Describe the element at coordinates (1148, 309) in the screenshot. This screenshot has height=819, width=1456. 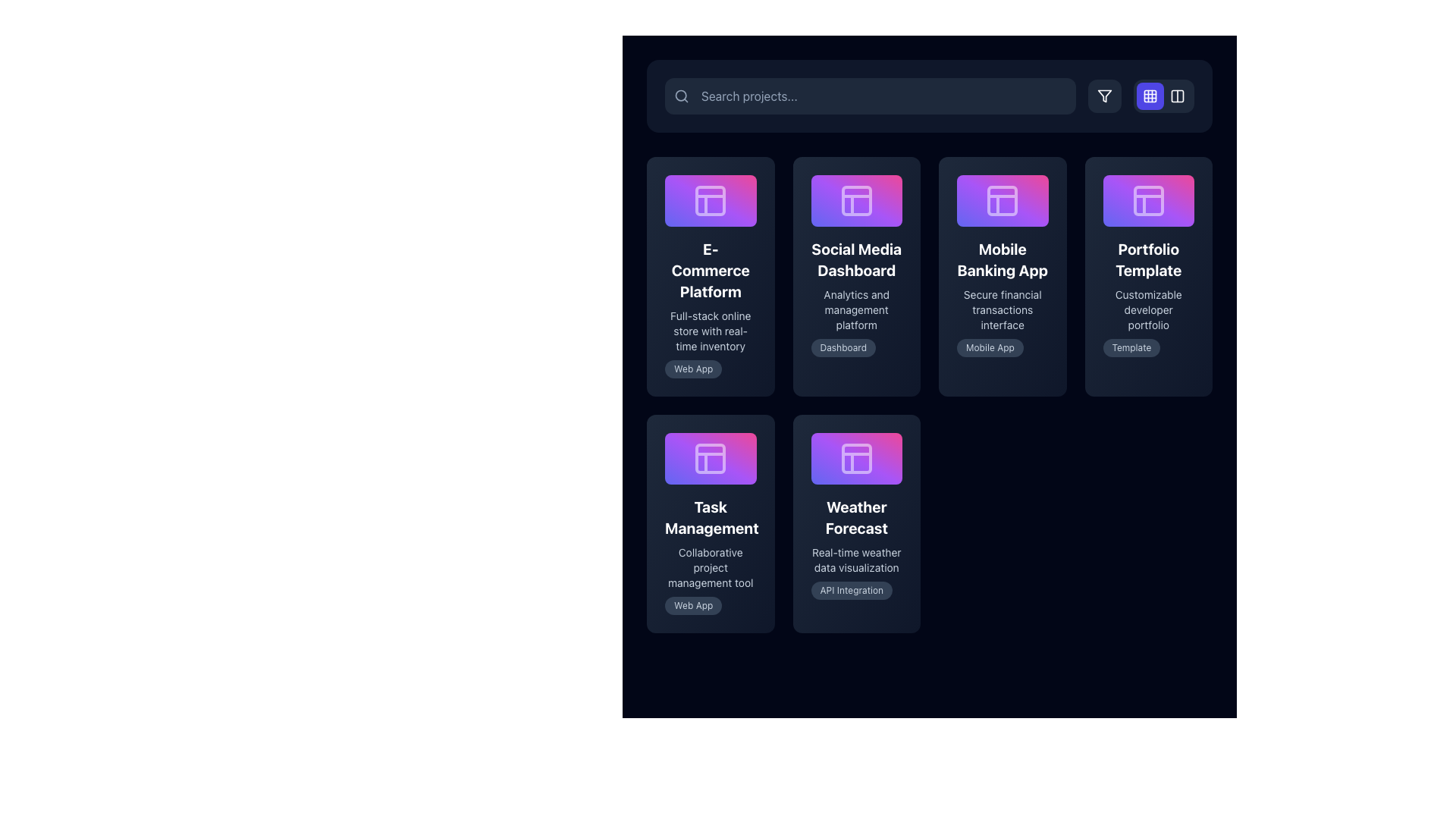
I see `the text label displaying 'Customizable developer portfolio'` at that location.